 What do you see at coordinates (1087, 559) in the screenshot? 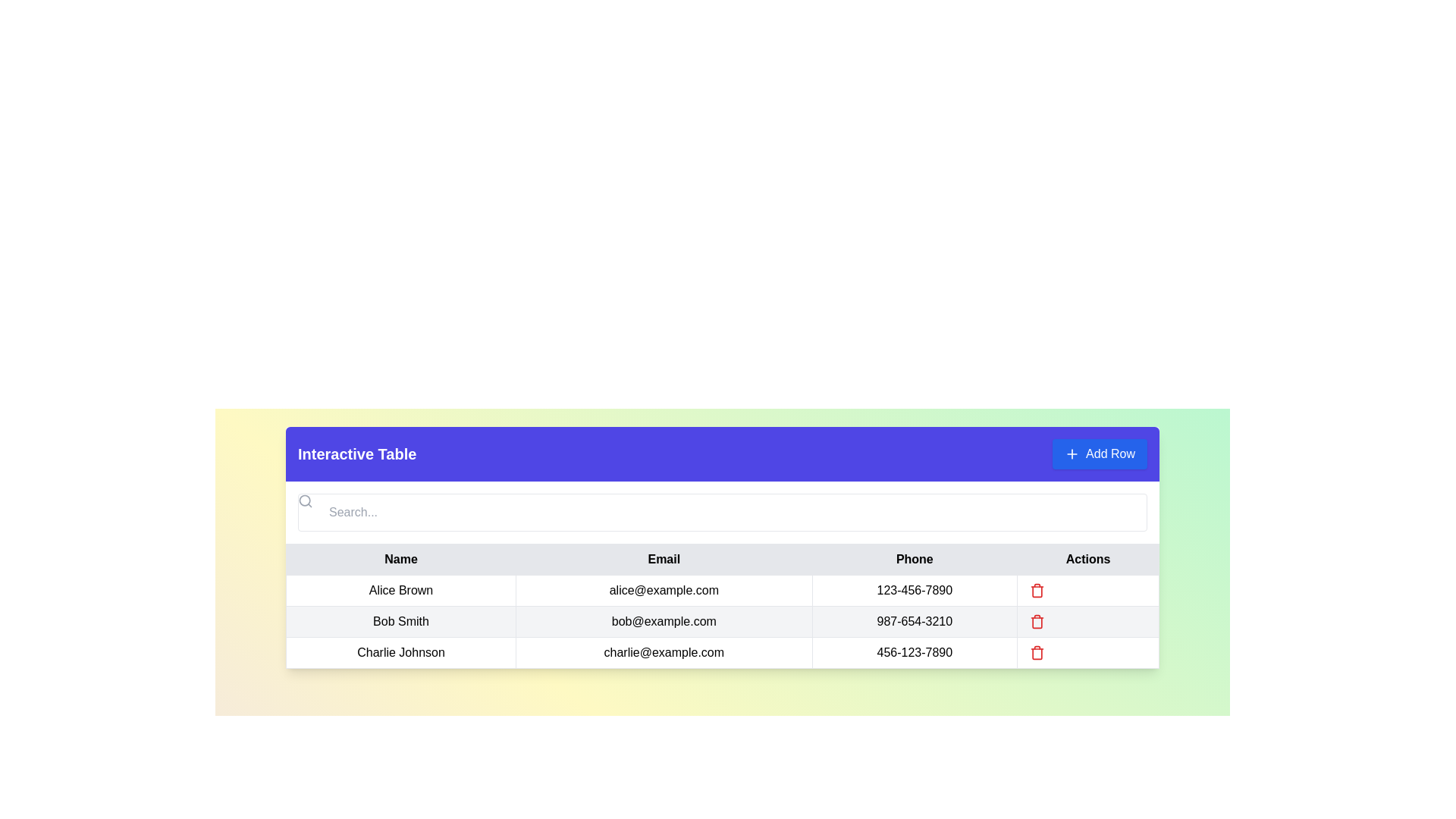
I see `the fourth column header of the table, which is positioned to the right of the 'Phone' header` at bounding box center [1087, 559].